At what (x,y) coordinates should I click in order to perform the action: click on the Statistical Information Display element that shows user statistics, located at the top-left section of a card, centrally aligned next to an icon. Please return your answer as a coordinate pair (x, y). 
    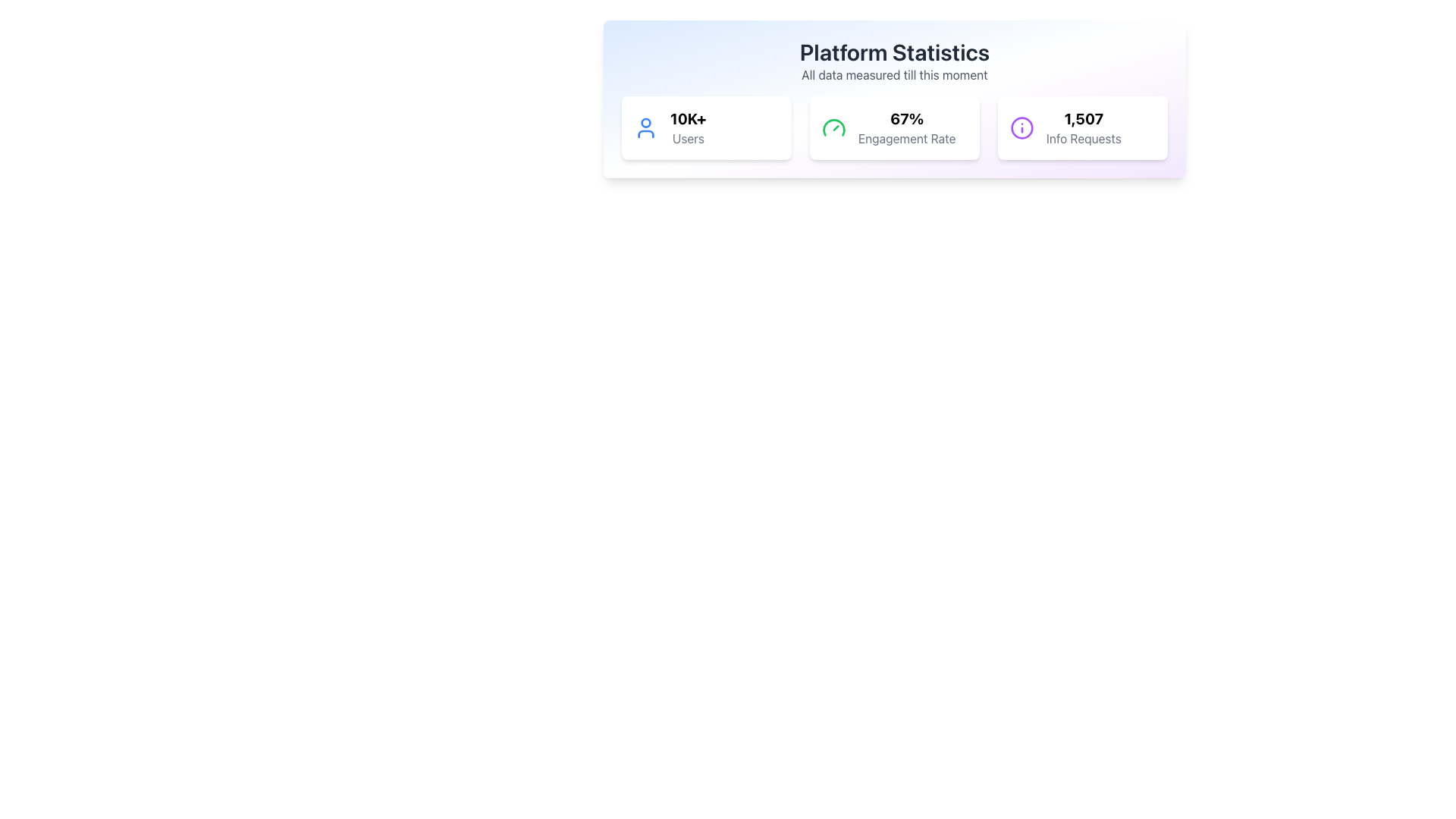
    Looking at the image, I should click on (687, 127).